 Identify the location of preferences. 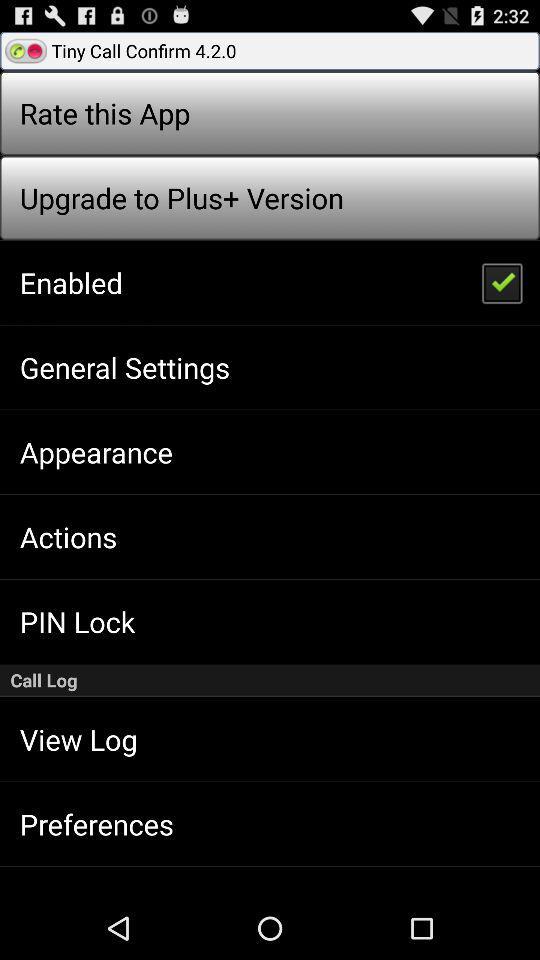
(95, 824).